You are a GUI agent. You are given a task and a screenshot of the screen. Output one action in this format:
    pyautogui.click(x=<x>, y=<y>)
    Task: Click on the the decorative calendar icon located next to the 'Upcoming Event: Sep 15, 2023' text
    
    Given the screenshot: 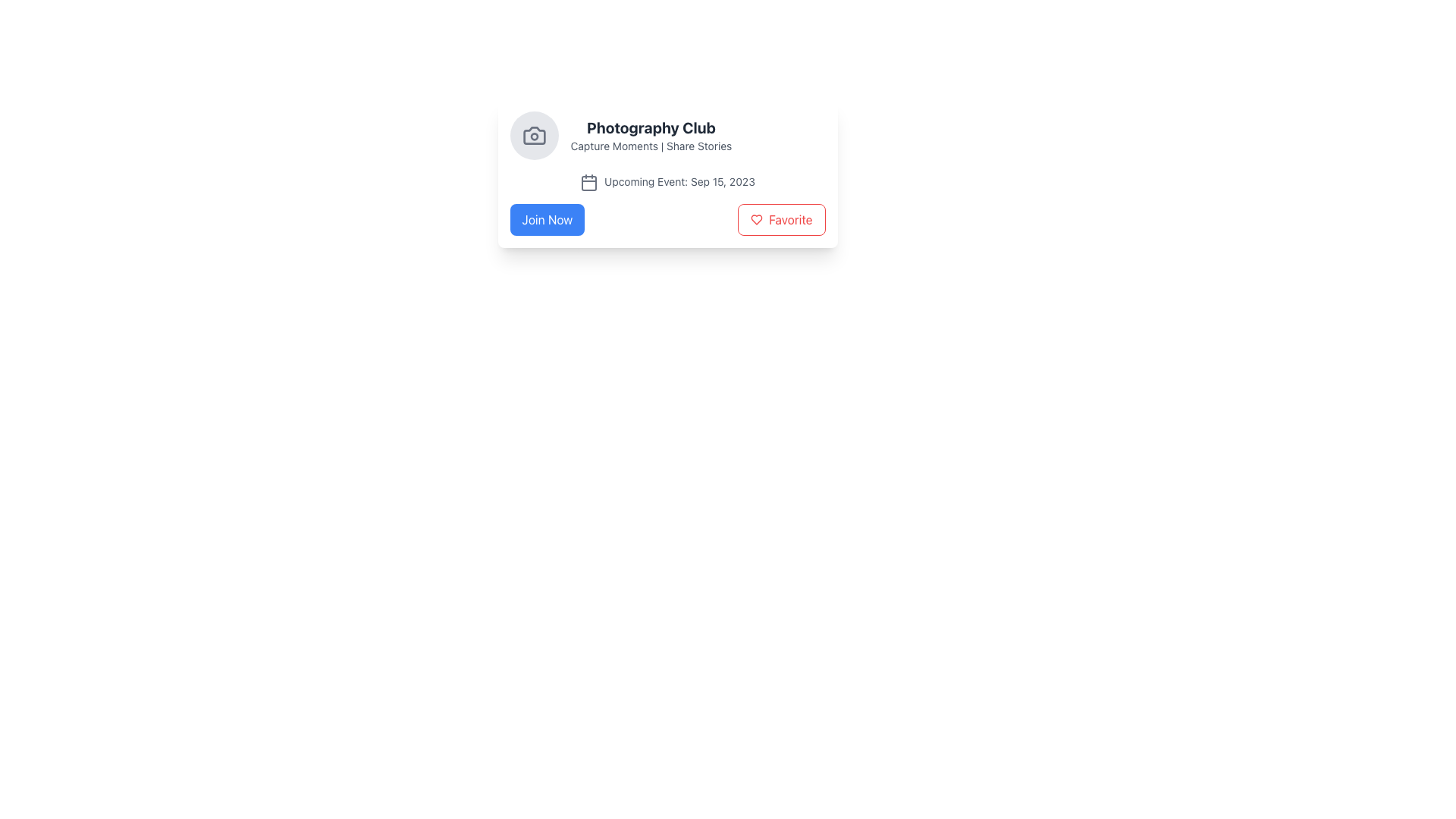 What is the action you would take?
    pyautogui.click(x=588, y=182)
    